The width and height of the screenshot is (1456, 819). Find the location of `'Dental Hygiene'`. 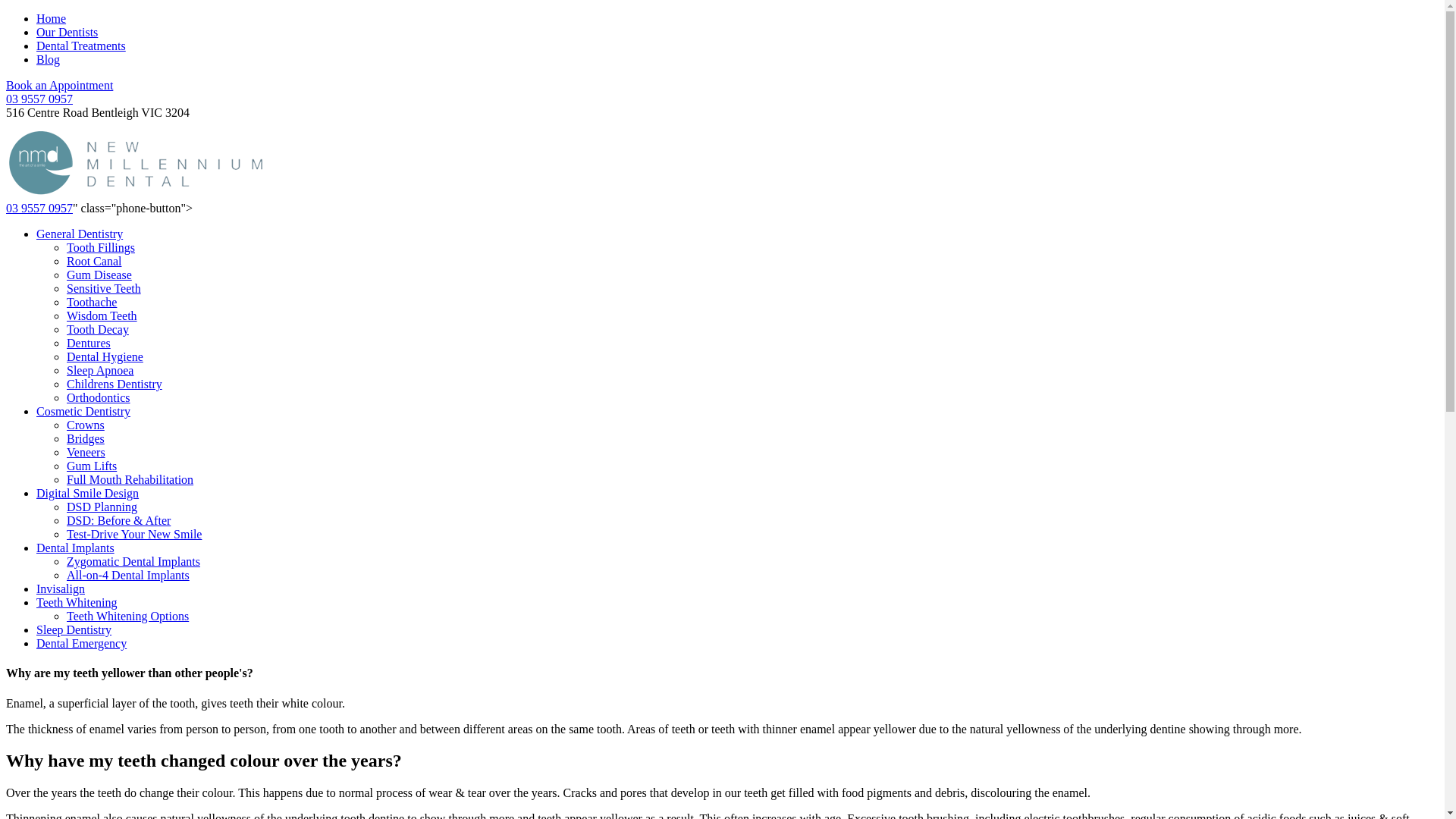

'Dental Hygiene' is located at coordinates (104, 356).